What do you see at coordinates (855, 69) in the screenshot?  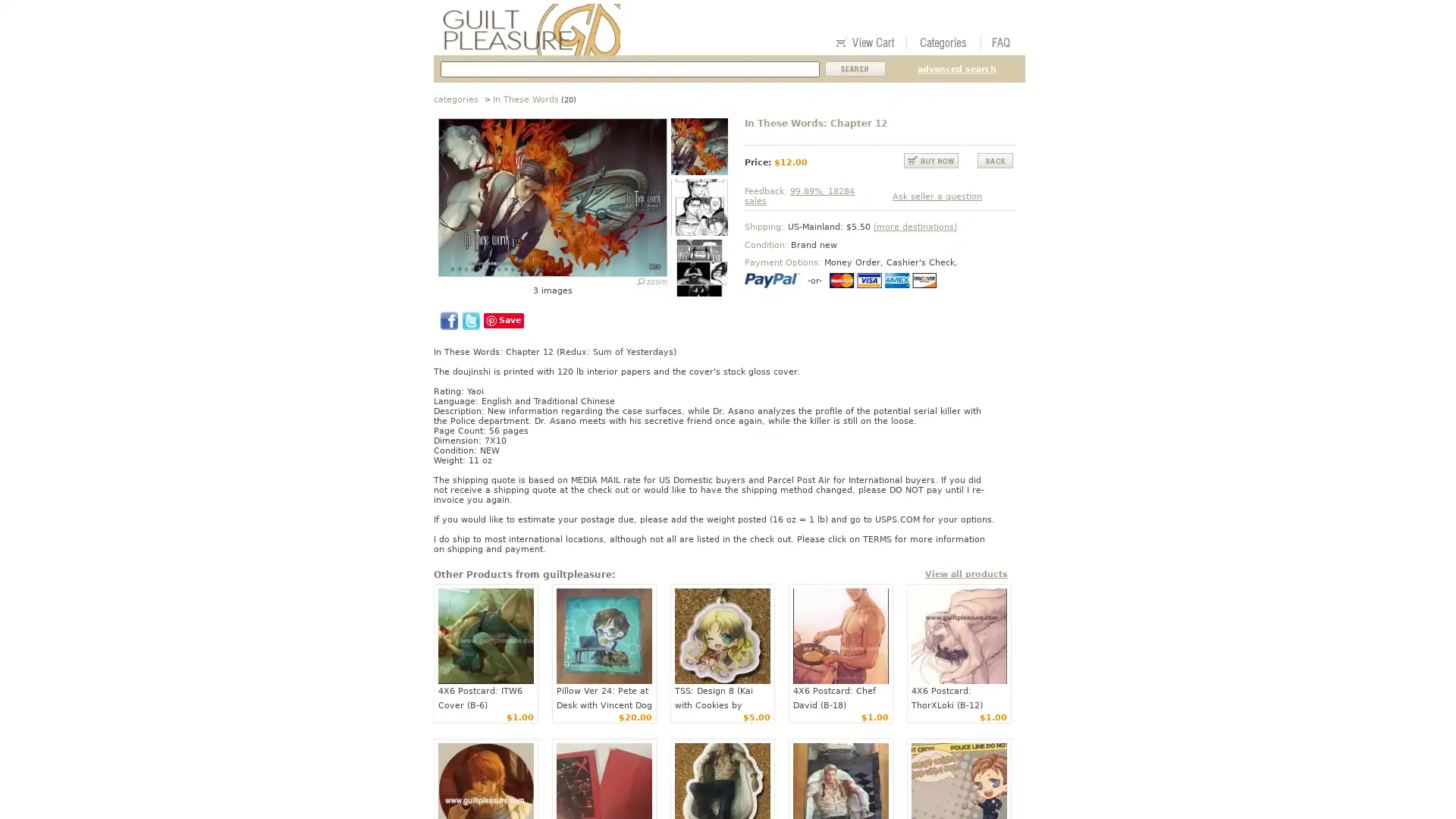 I see `Submit` at bounding box center [855, 69].